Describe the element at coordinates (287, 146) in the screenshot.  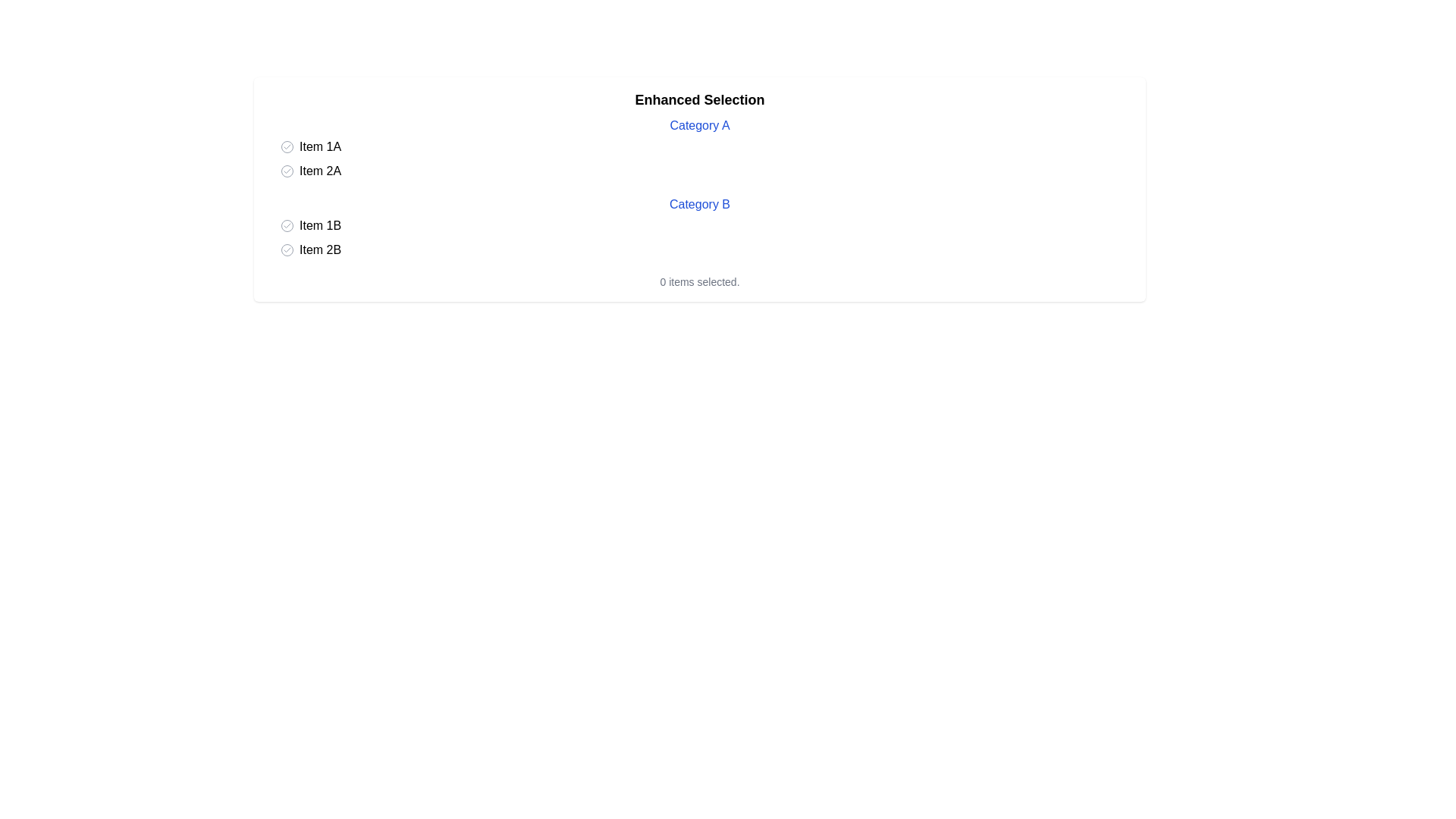
I see `the circular selection marker checkbox located to the left of 'Item 1A'` at that location.